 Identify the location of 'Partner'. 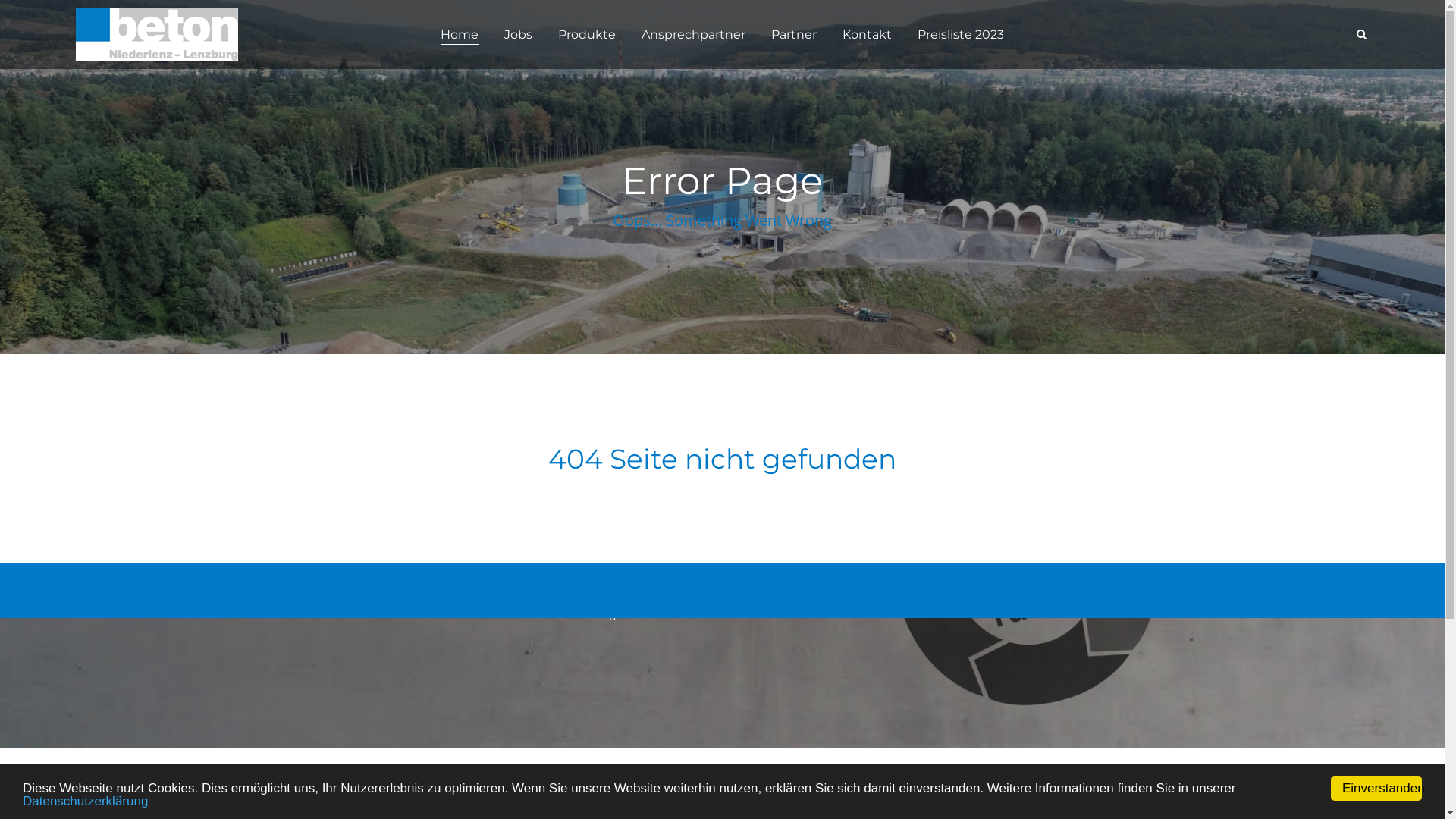
(764, 34).